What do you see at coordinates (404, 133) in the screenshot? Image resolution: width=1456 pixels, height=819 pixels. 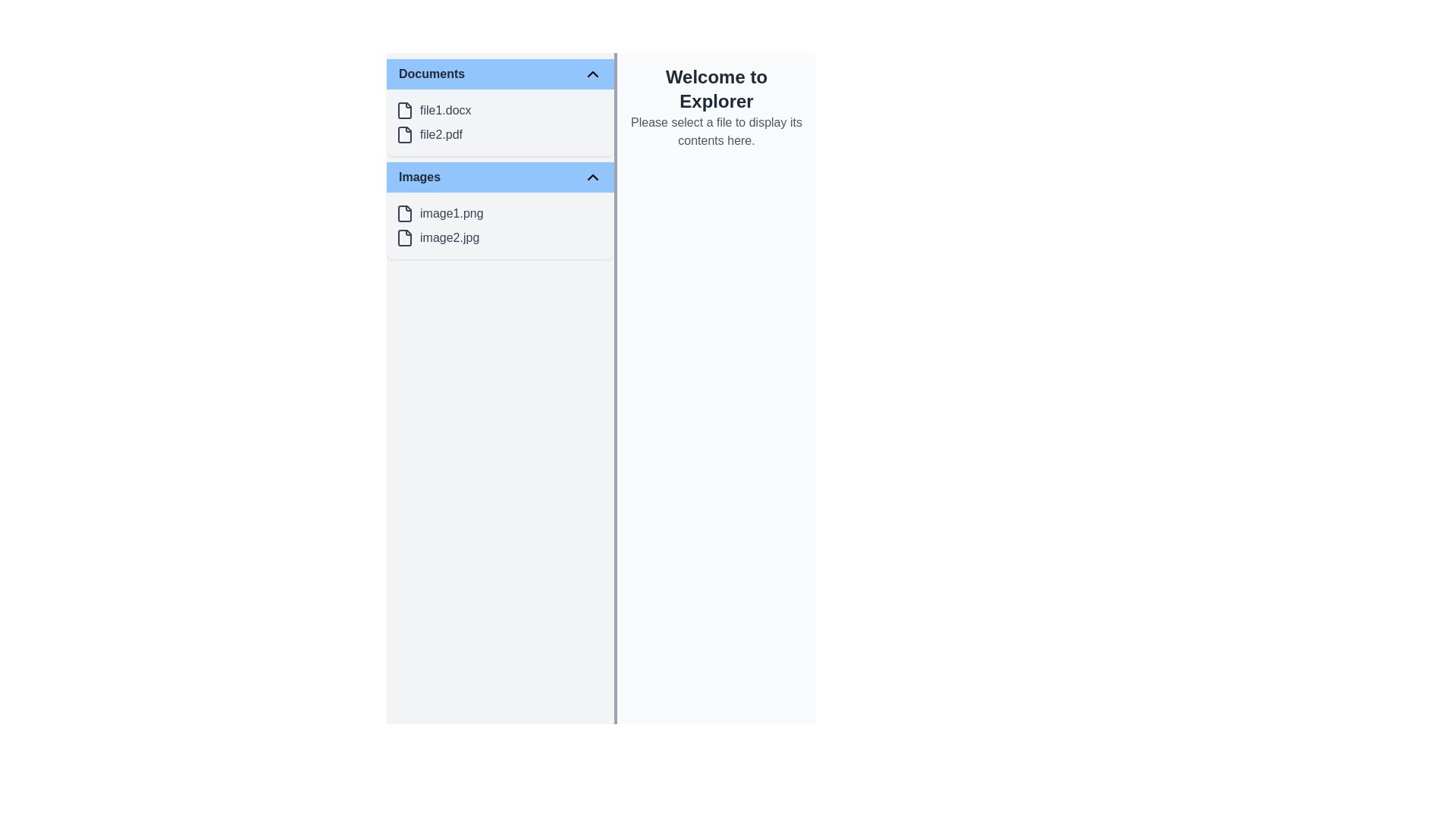 I see `the document icon with a folded corner located to the left of 'file2.pdf' in the 'Documents' section` at bounding box center [404, 133].